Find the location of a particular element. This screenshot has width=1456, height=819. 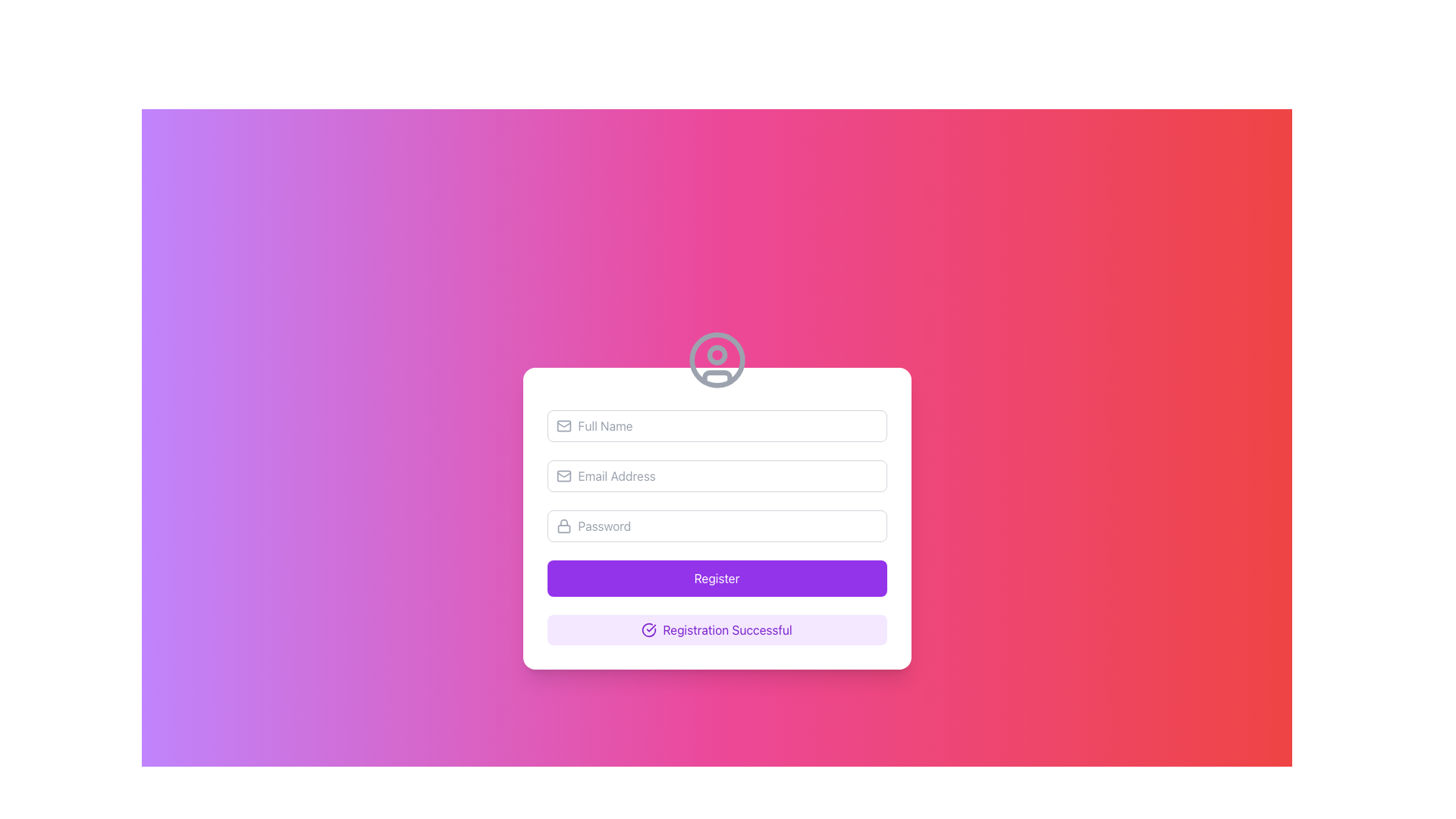

the outermost circular border of the user profile icon graphic, which symbolizes the user's avatar or identity is located at coordinates (716, 359).